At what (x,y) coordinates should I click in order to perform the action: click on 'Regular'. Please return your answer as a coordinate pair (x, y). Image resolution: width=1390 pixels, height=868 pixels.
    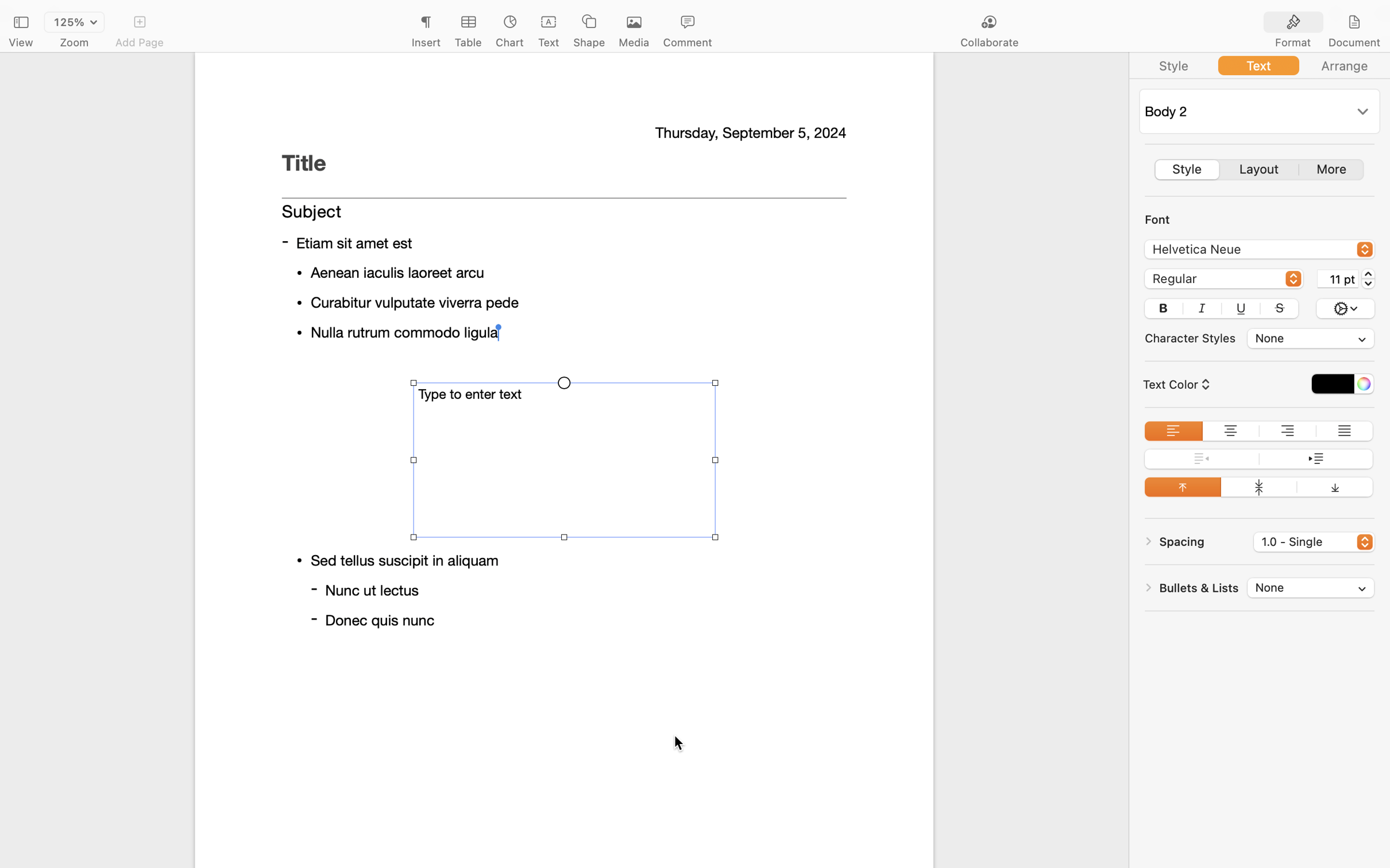
    Looking at the image, I should click on (1223, 280).